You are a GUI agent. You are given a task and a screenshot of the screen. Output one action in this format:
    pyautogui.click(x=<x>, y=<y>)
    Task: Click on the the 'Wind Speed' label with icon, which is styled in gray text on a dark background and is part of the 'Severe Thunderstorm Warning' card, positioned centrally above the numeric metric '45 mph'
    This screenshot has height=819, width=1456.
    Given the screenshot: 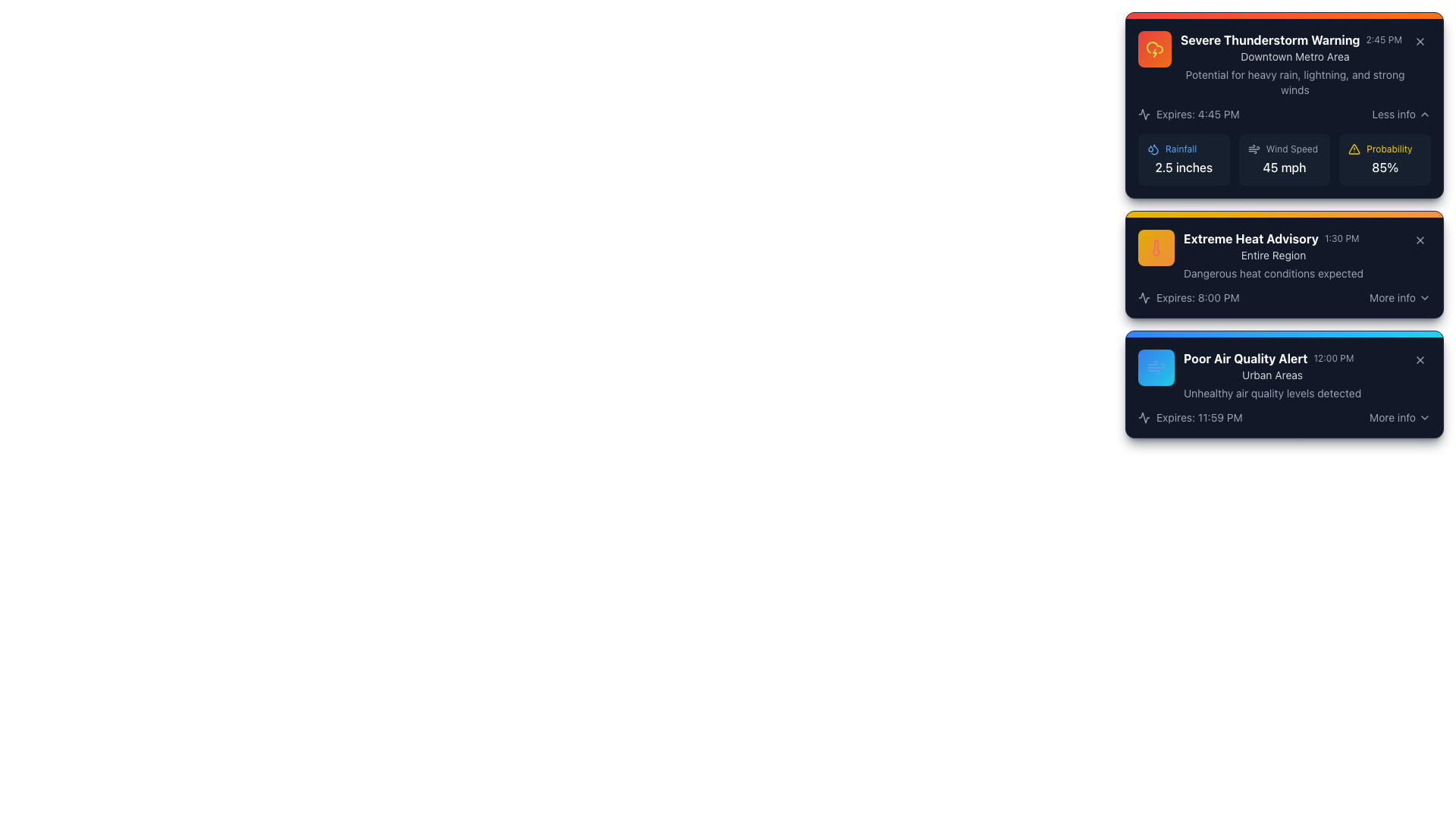 What is the action you would take?
    pyautogui.click(x=1284, y=149)
    